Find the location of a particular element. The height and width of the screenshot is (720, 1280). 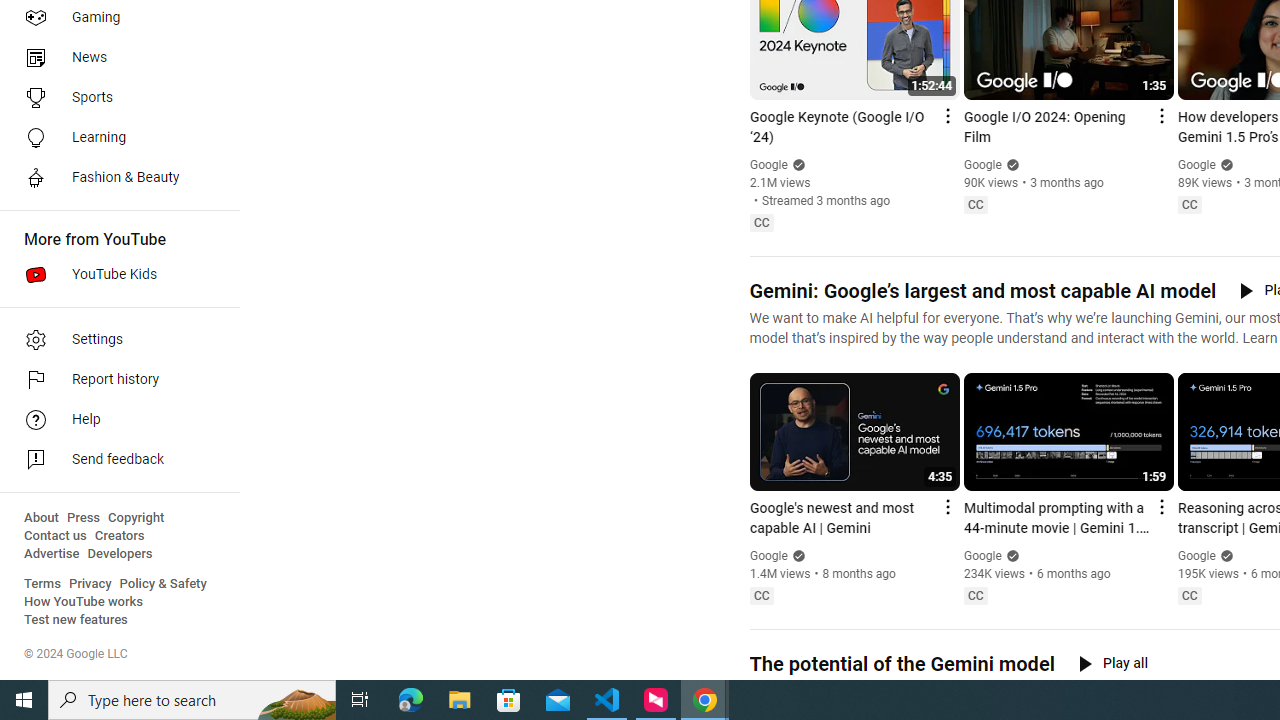

'Play all' is located at coordinates (1112, 663).